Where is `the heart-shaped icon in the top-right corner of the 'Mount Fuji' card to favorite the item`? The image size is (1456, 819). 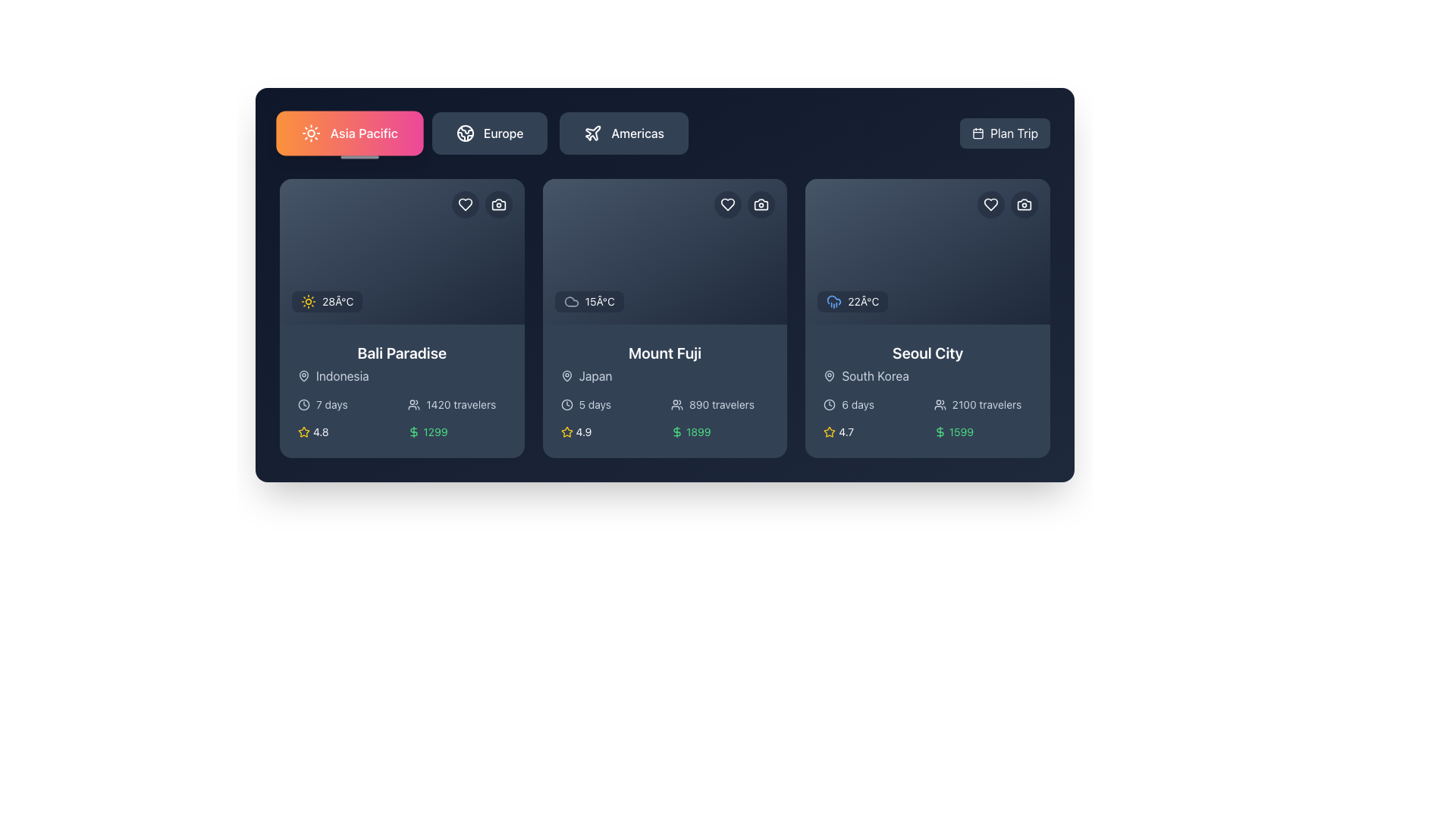
the heart-shaped icon in the top-right corner of the 'Mount Fuji' card to favorite the item is located at coordinates (728, 205).